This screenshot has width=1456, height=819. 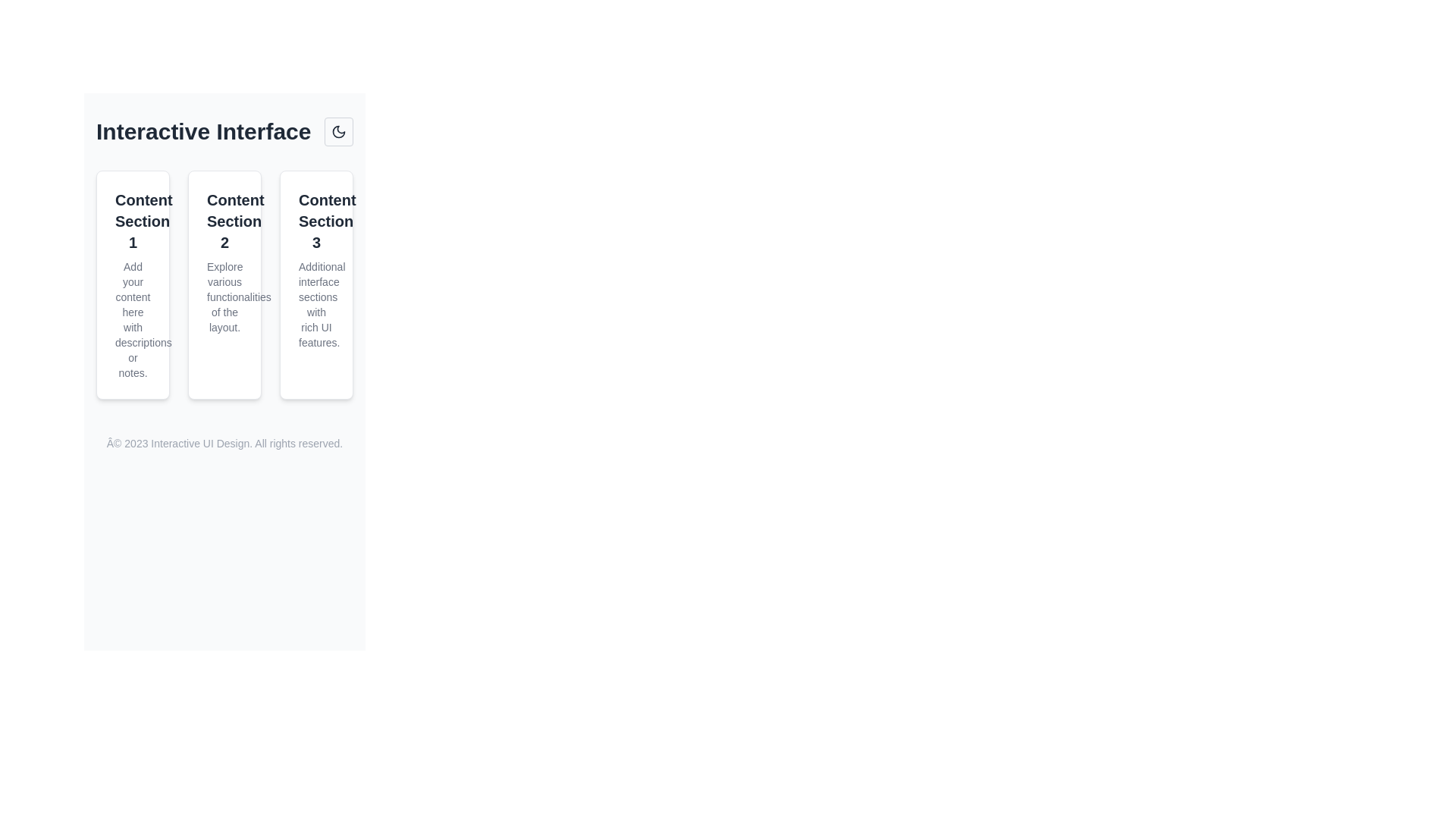 I want to click on the Text Label that serves as a header or title for the first card in a column of horizontally aligned cards, positioned near the top of the card, so click(x=133, y=221).